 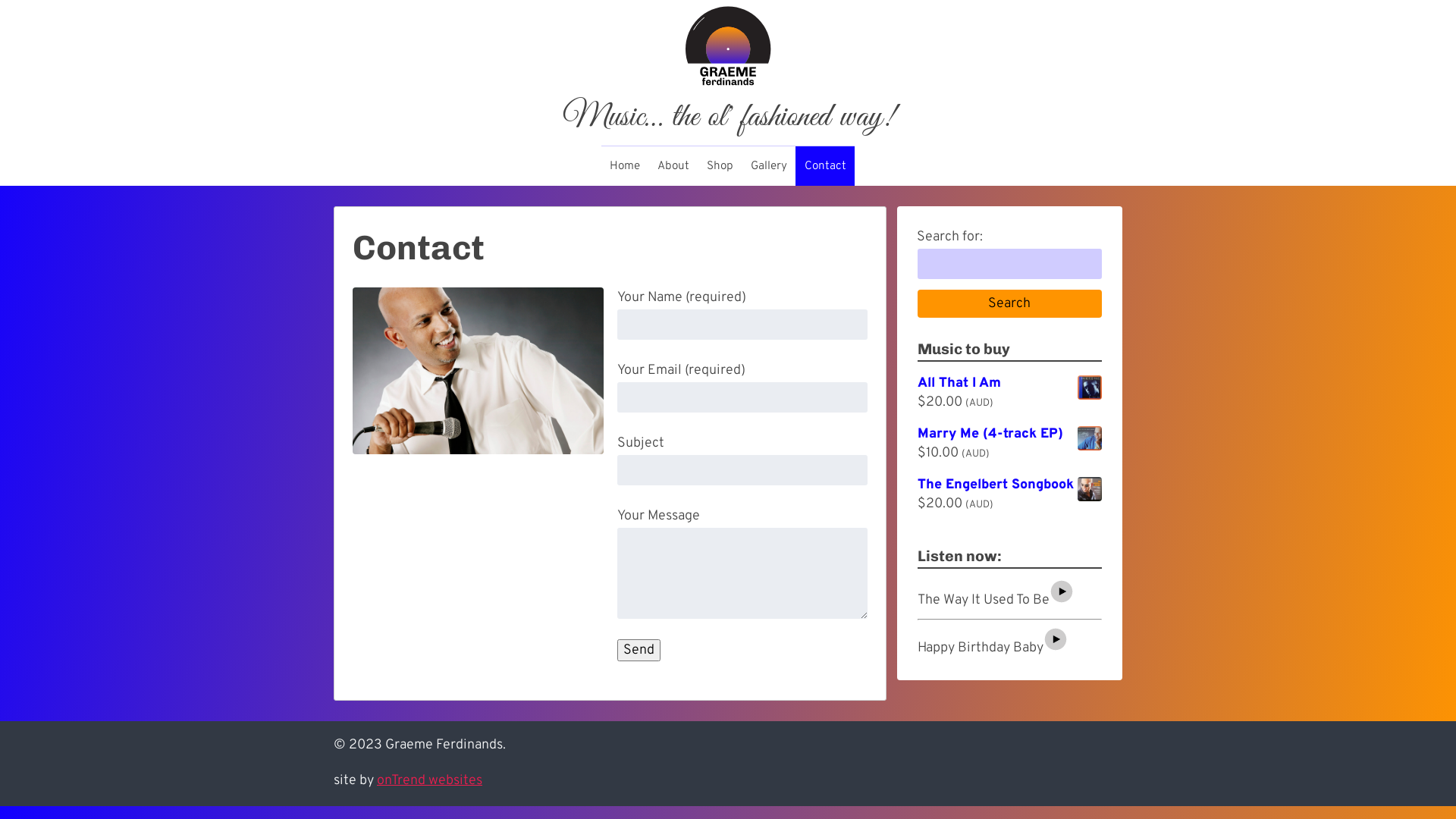 I want to click on 'onTrend websites', so click(x=377, y=780).